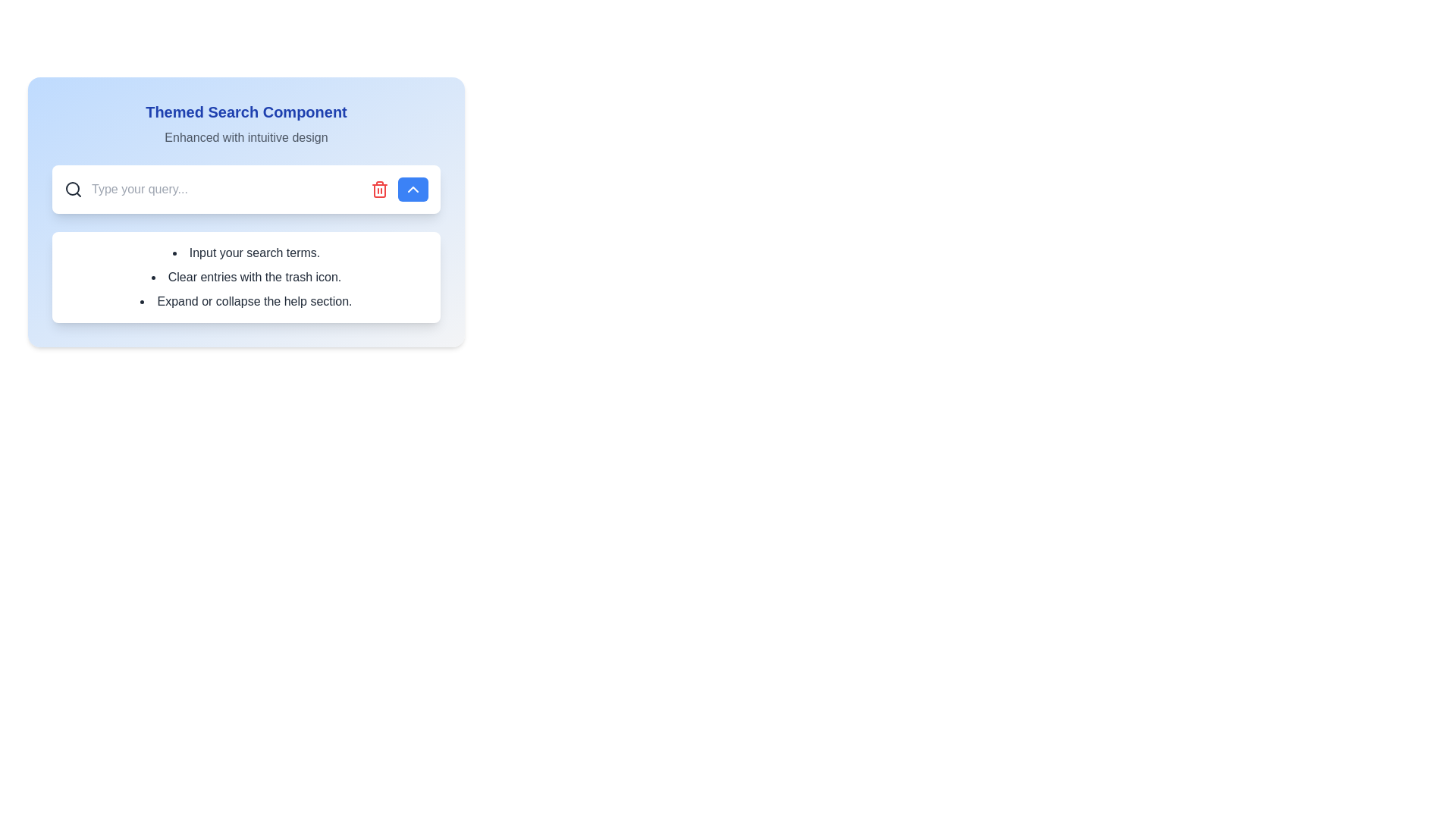 The height and width of the screenshot is (819, 1456). I want to click on the text block that reads 'clear entries with the trash icon', which is the second item in a vertically stacked list of bullet points, so click(246, 278).